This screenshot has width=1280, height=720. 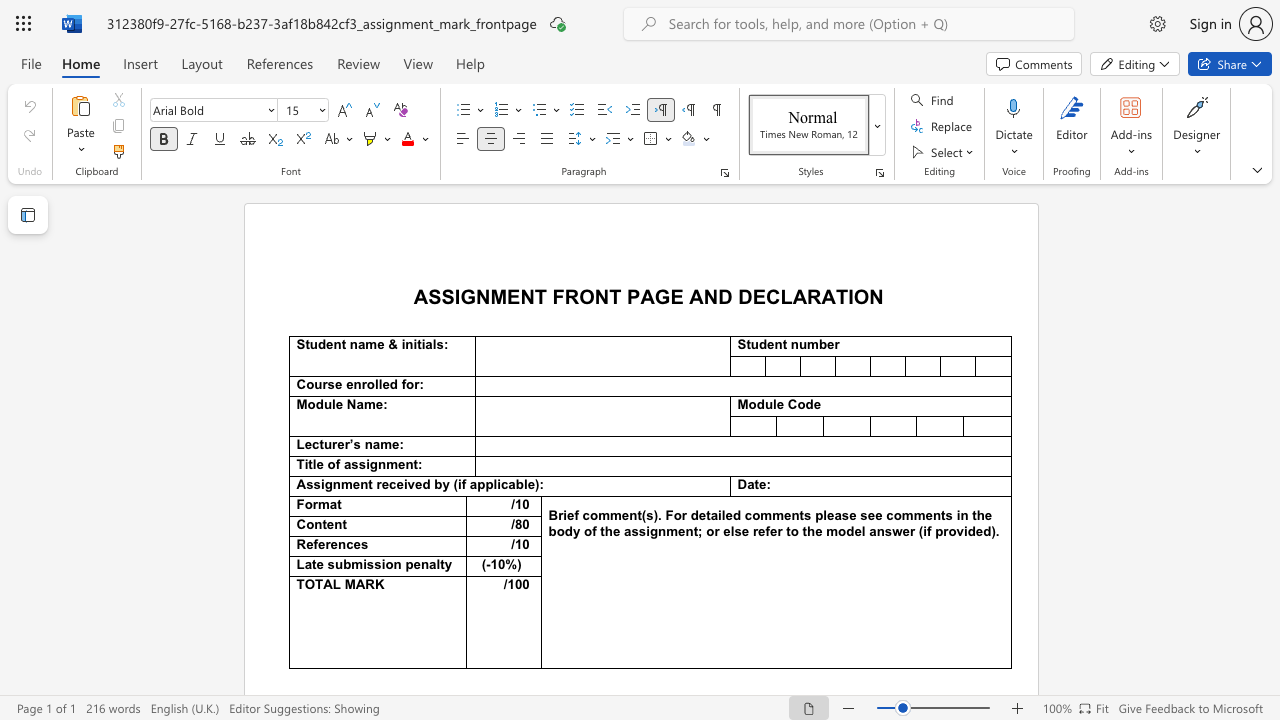 I want to click on the space between the continuous character "I" and "O" in the text, so click(x=856, y=296).